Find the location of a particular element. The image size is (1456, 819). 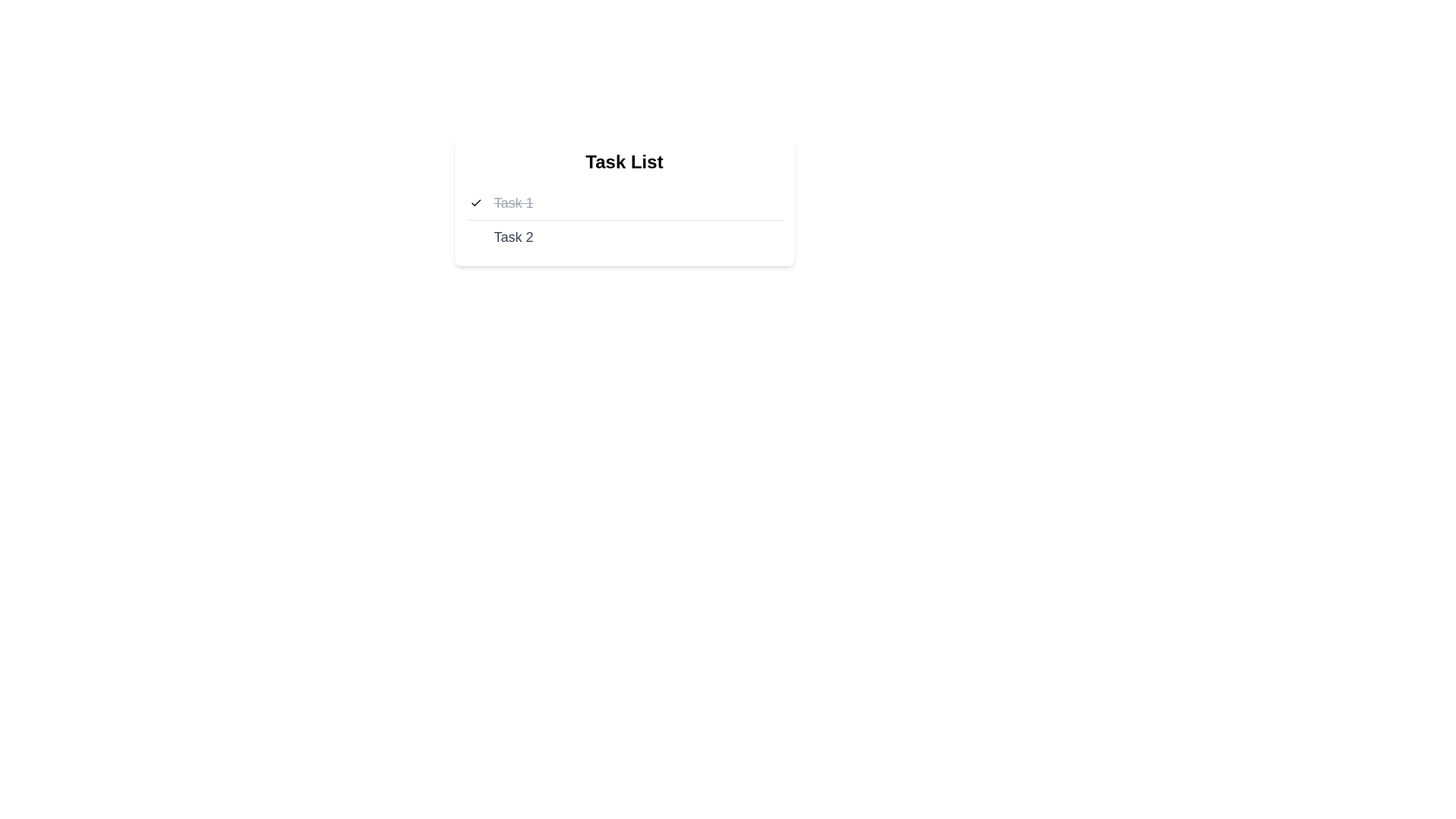

the static text component displaying 'Task 1' with a strikethrough style, indicating it as a completed task is located at coordinates (513, 202).